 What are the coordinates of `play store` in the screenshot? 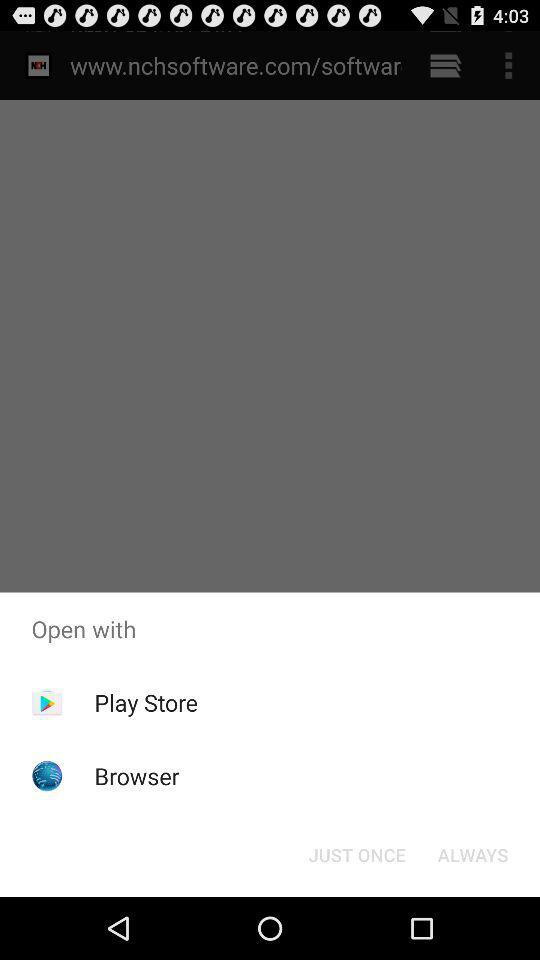 It's located at (145, 702).